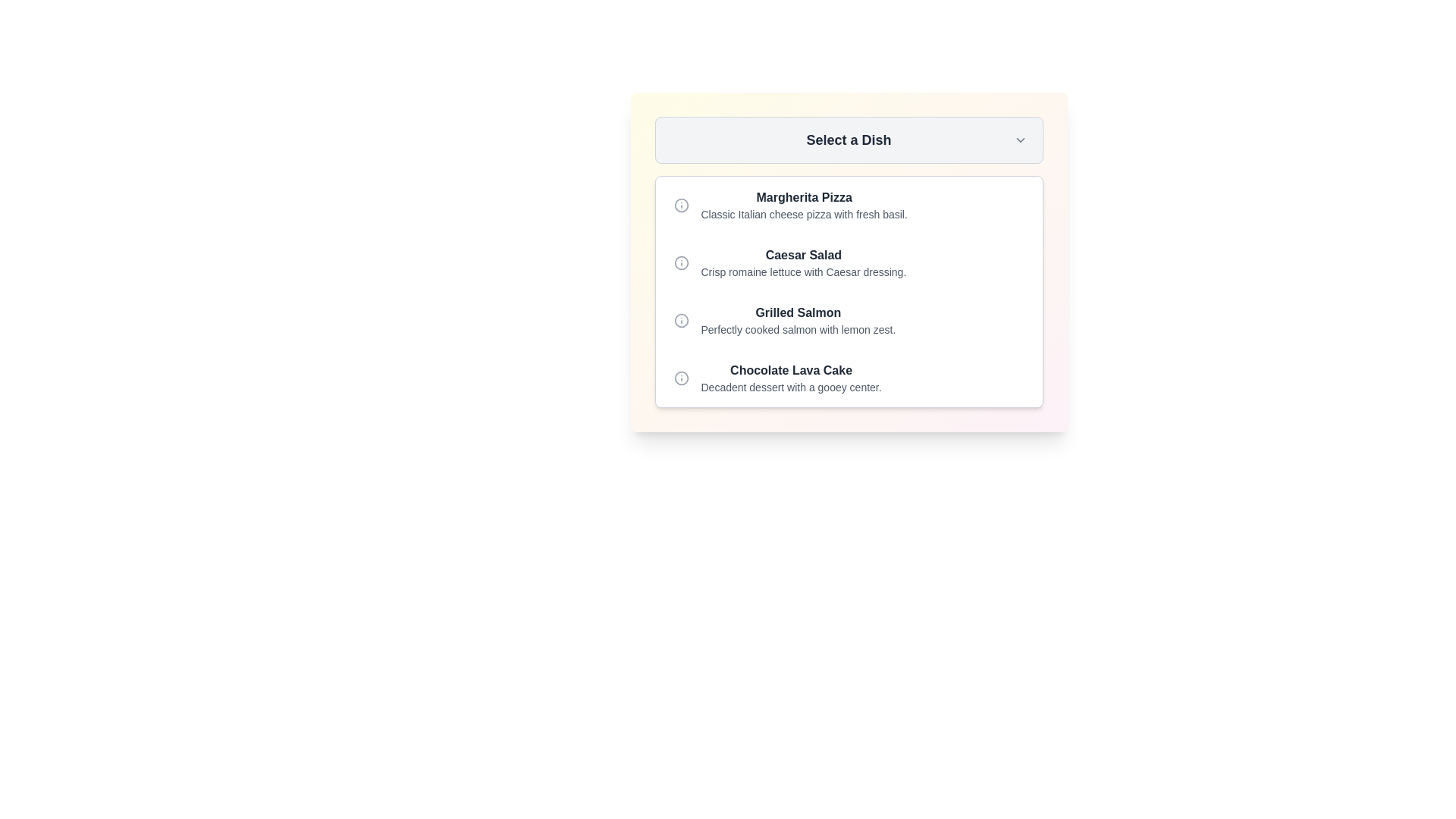 This screenshot has height=819, width=1456. Describe the element at coordinates (797, 329) in the screenshot. I see `description text element displaying 'Perfectly cooked salmon with lemon zest.' positioned below the title 'Grilled Salmon.'` at that location.